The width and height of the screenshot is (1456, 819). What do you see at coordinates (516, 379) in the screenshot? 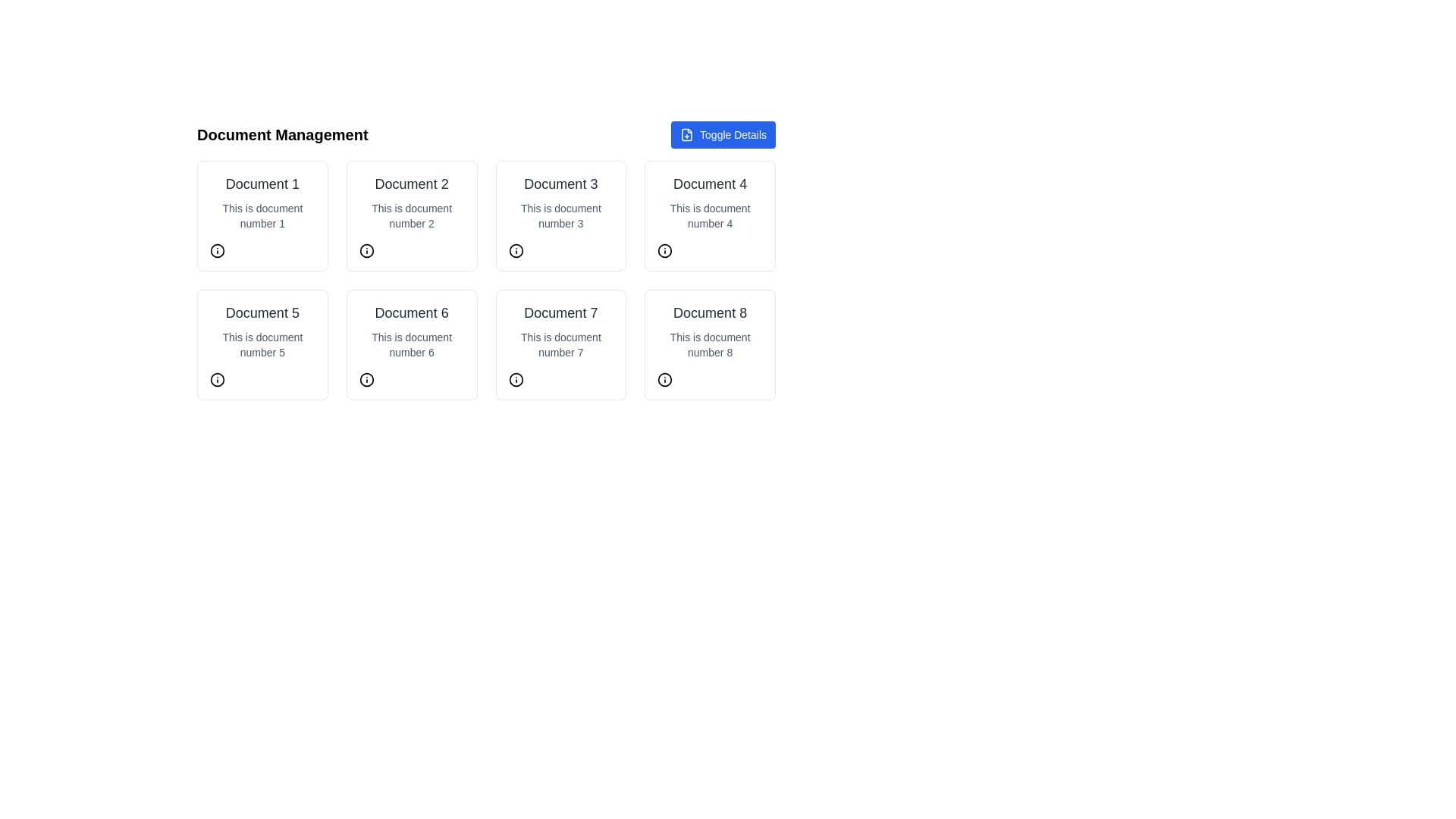
I see `the decorative or functional circle icon located in the seventh card labeled 'Document 7', which is positioned beneath the text 'This is document number 7'` at bounding box center [516, 379].